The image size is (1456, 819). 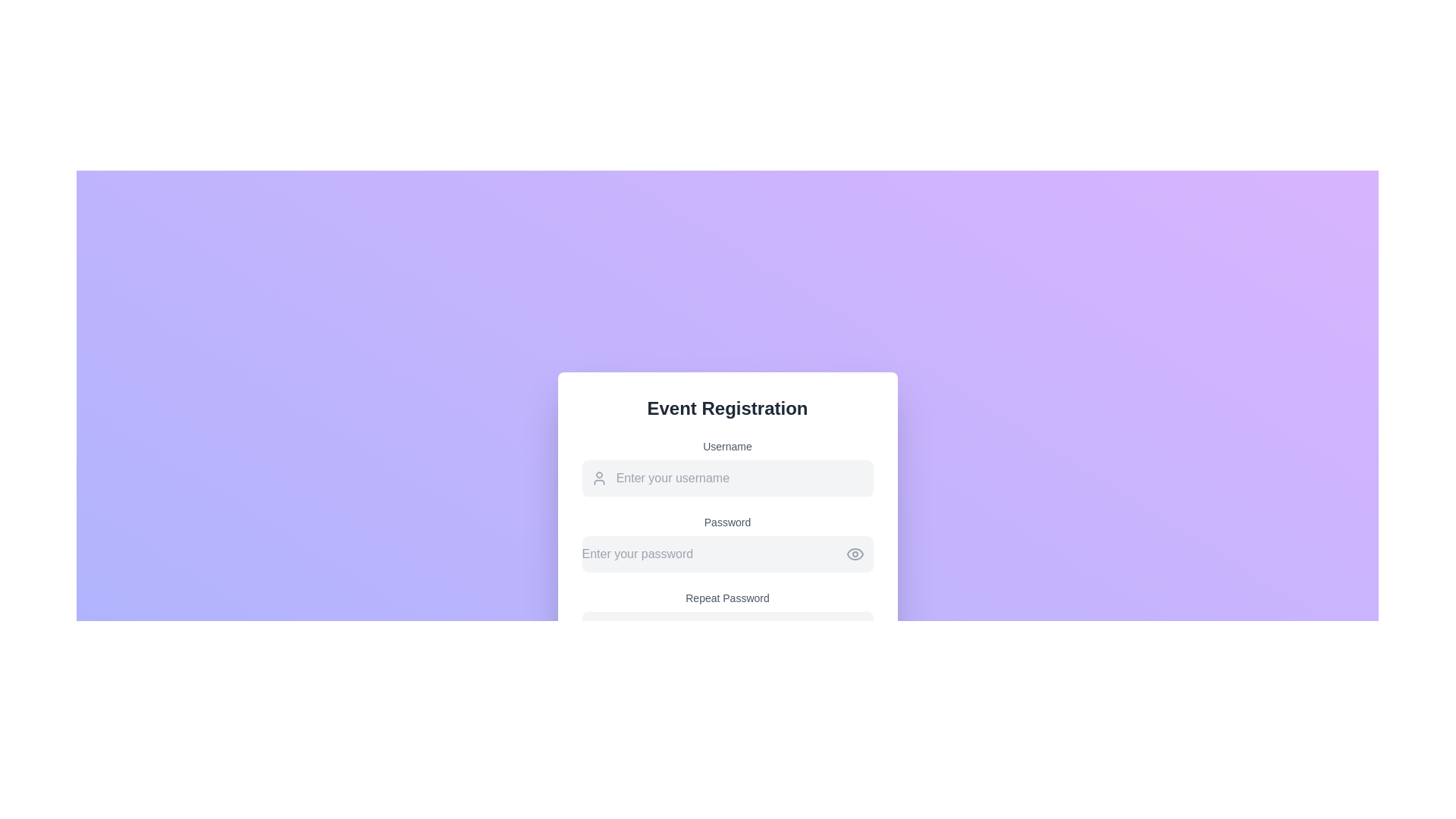 What do you see at coordinates (855, 554) in the screenshot?
I see `the button on the rightmost side of the password input field` at bounding box center [855, 554].